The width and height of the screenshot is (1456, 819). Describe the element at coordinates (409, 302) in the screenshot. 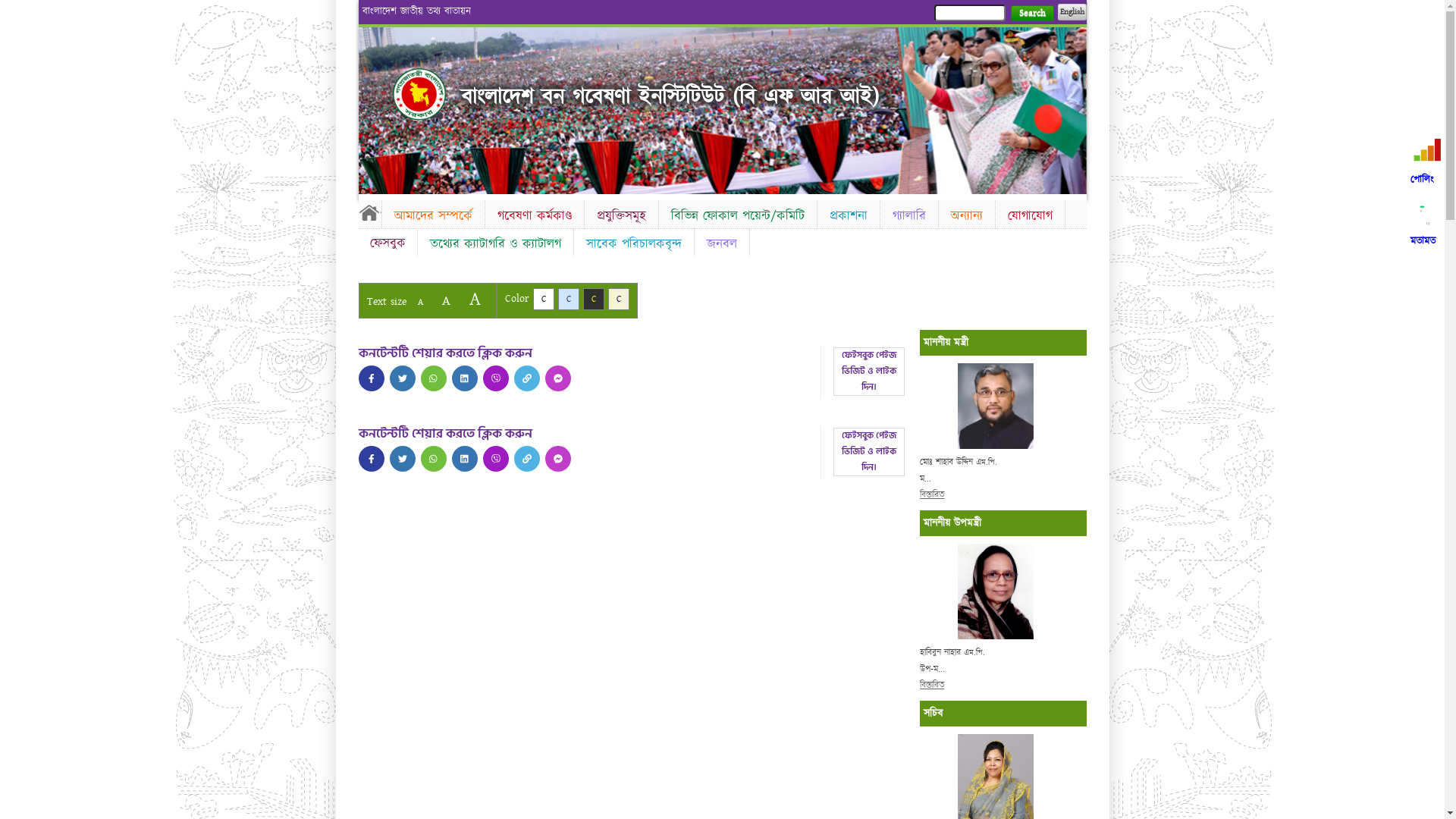

I see `'A'` at that location.